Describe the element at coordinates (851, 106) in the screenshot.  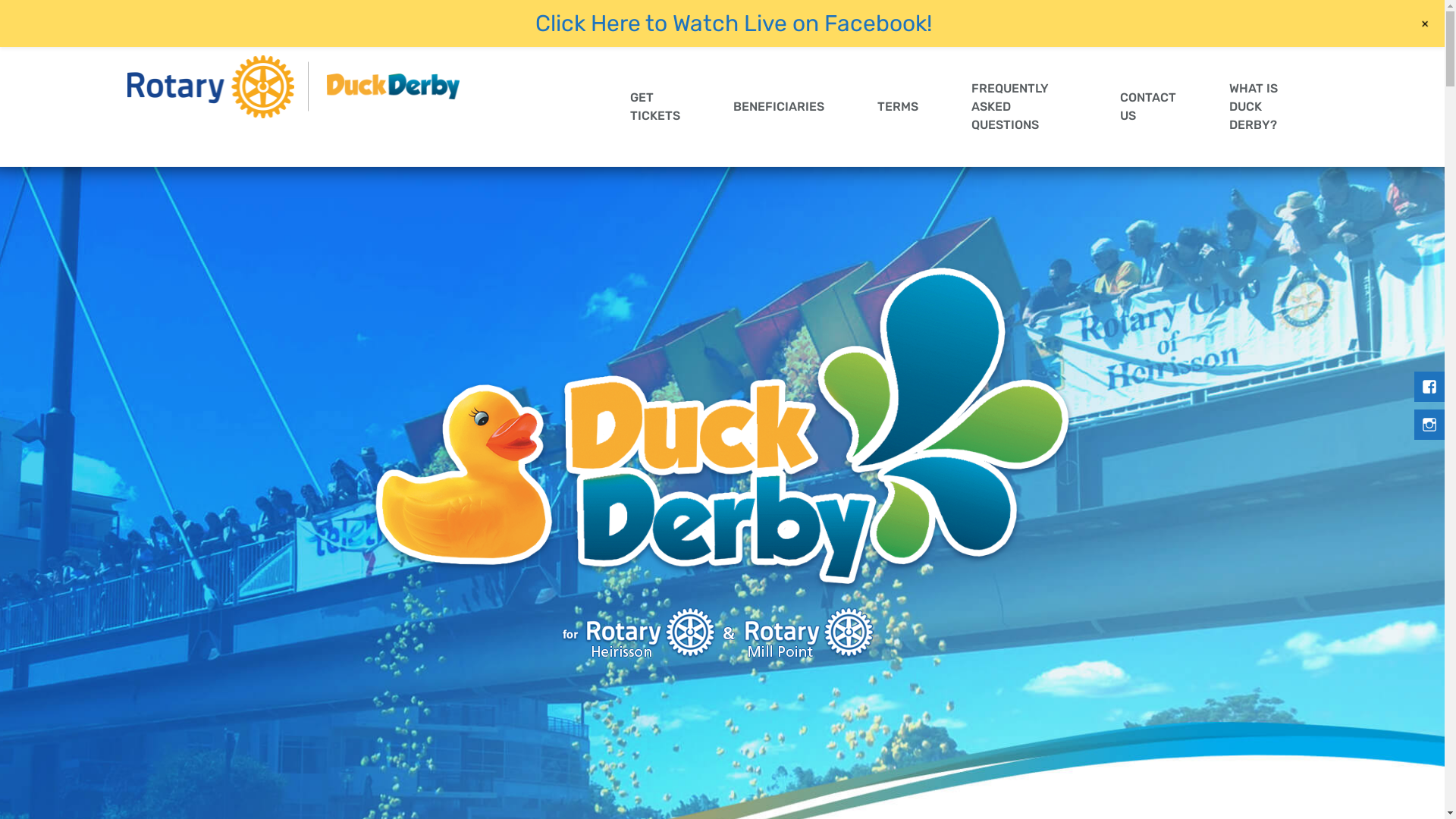
I see `'TERMS'` at that location.